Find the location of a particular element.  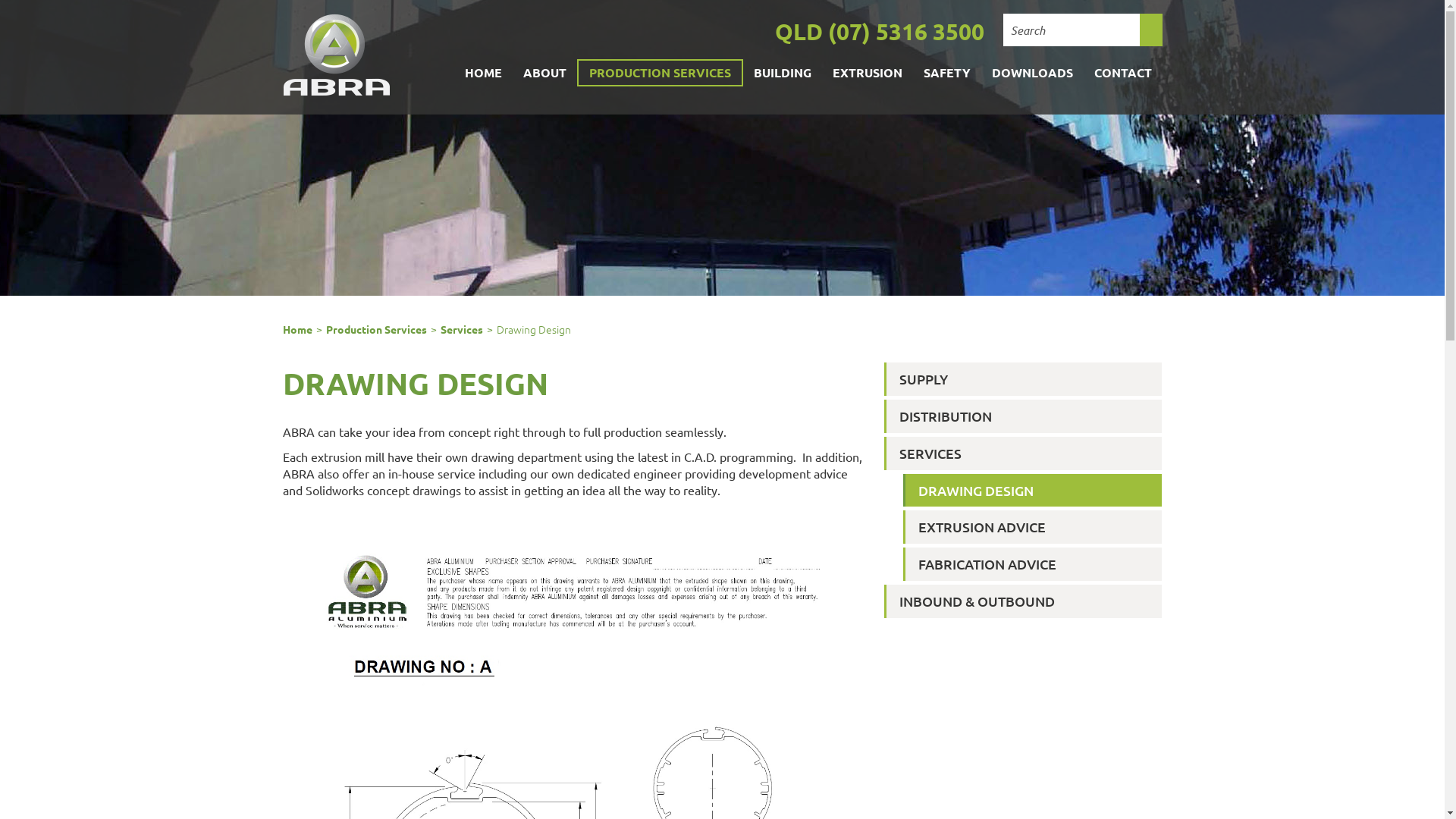

'DOWNLOADS' is located at coordinates (1031, 73).